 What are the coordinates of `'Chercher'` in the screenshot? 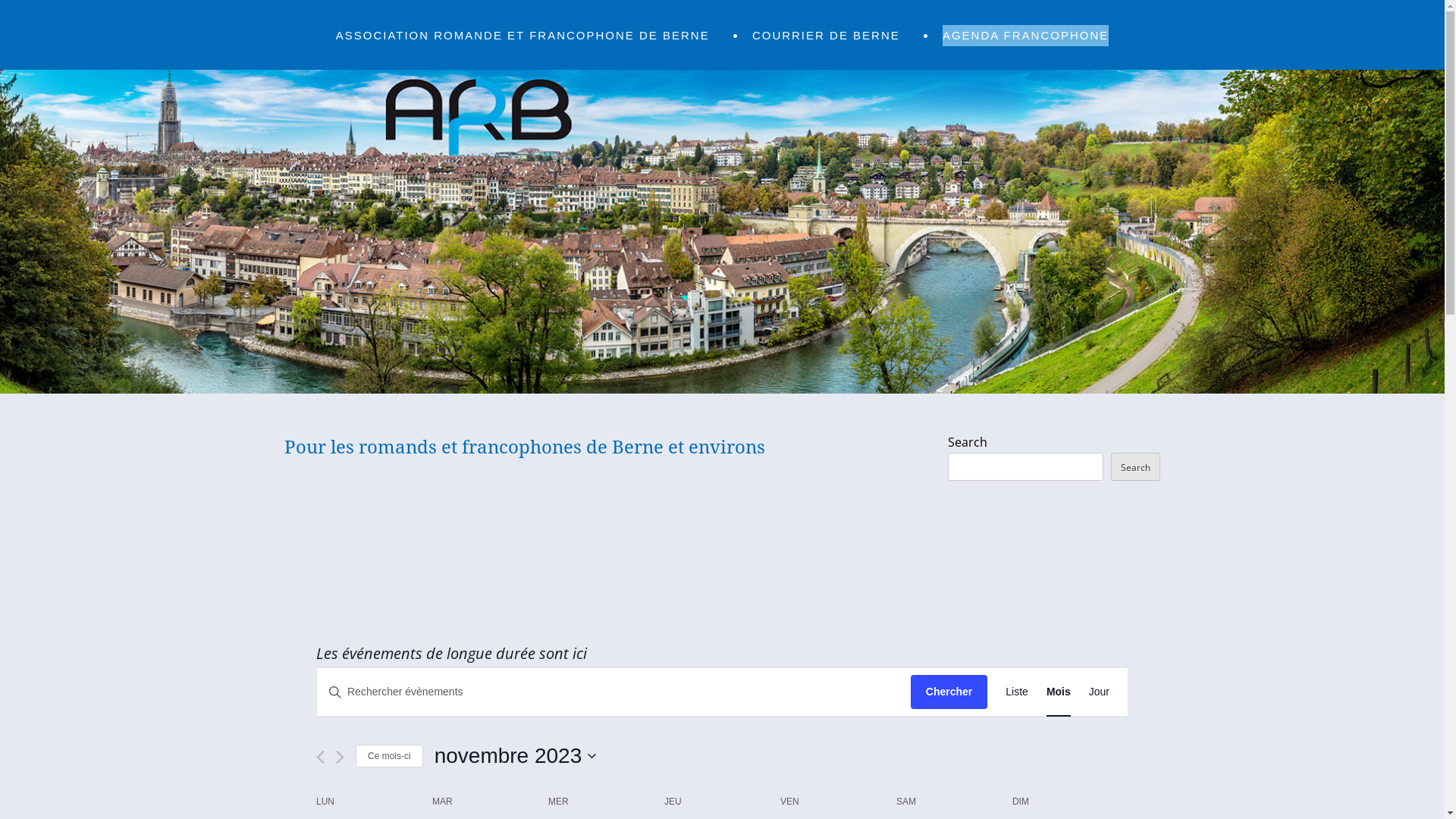 It's located at (948, 692).